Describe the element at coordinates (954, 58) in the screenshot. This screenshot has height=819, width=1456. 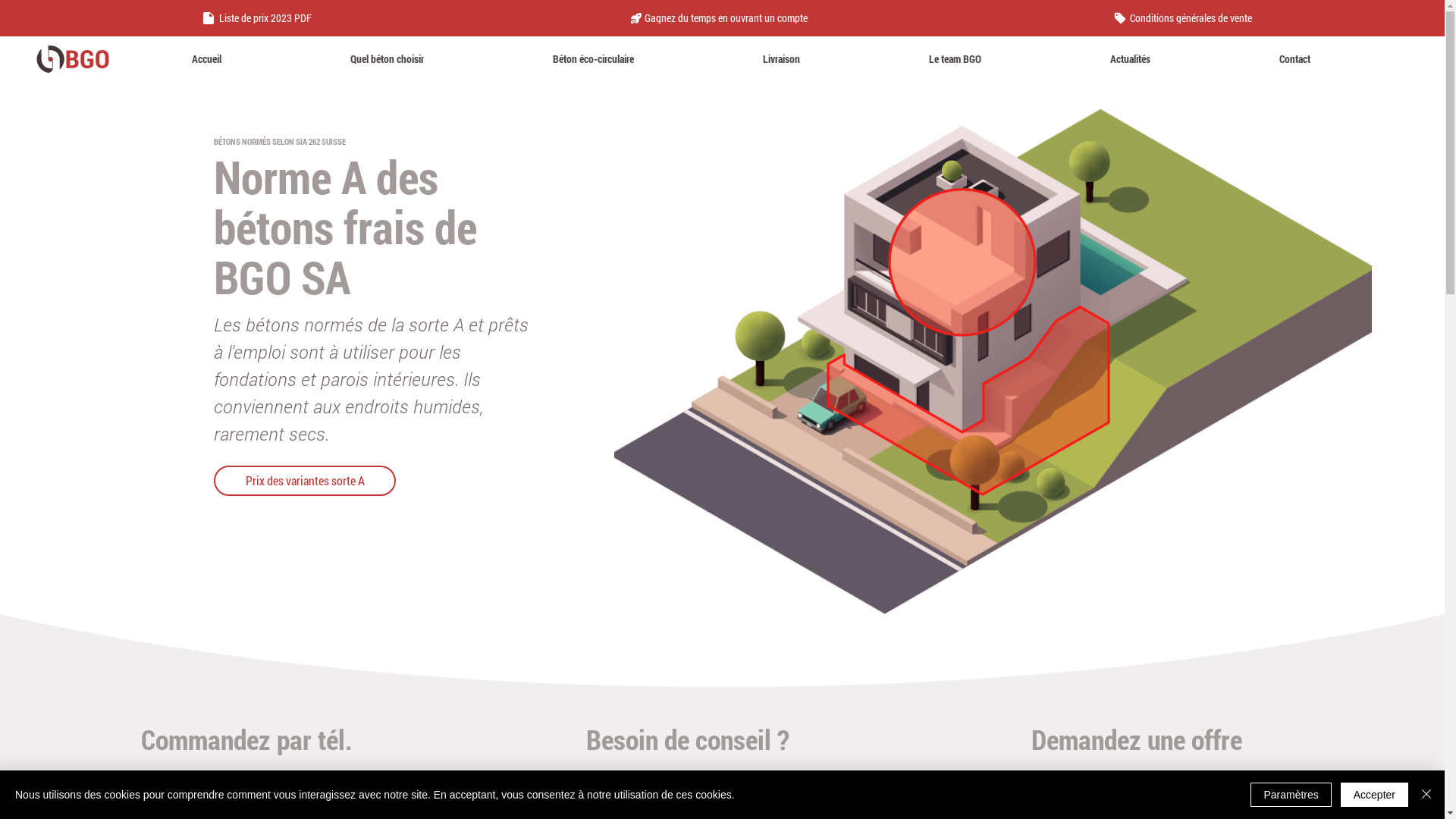
I see `'Le team BGO'` at that location.